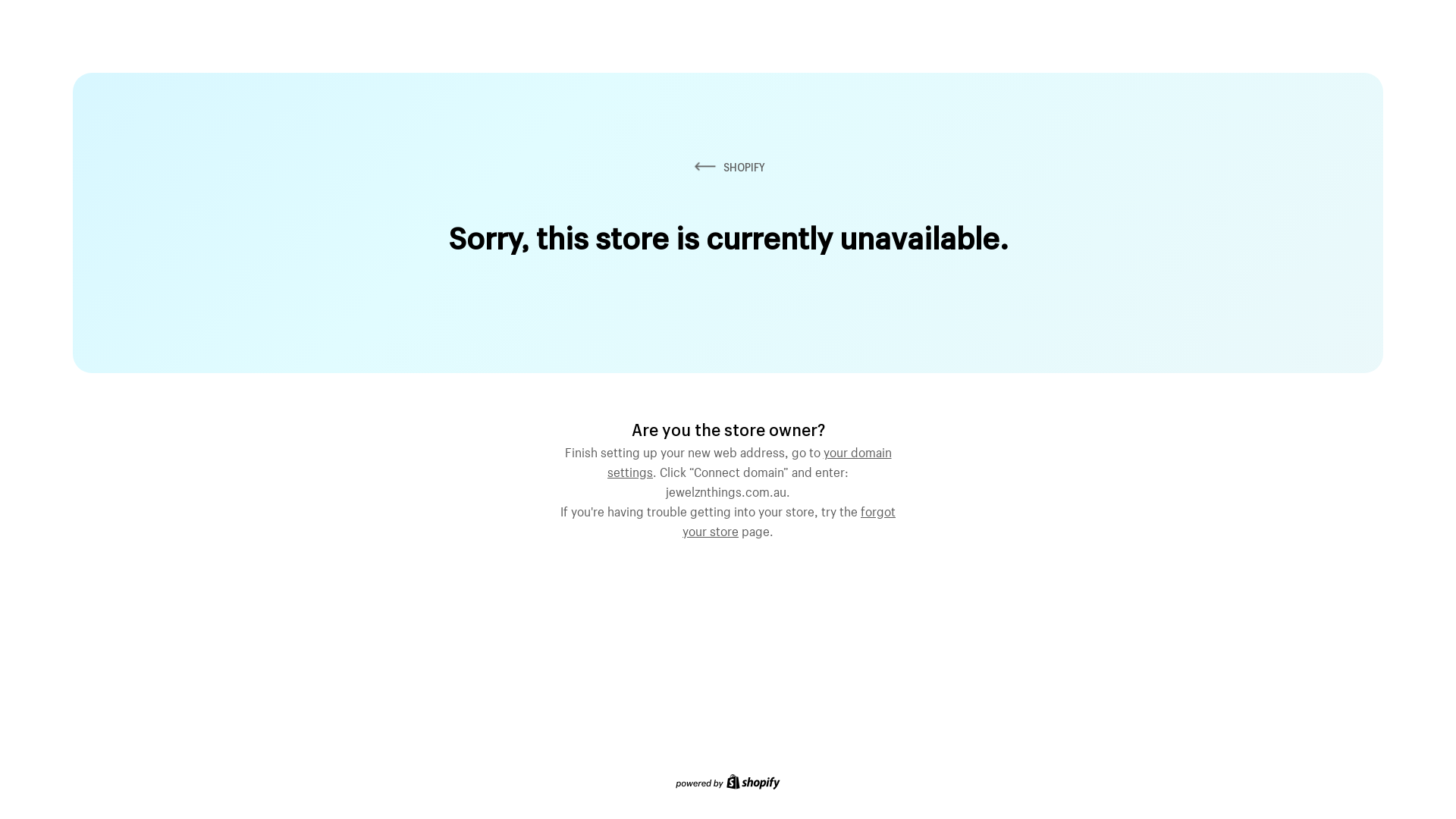  Describe the element at coordinates (749, 459) in the screenshot. I see `'your domain settings'` at that location.